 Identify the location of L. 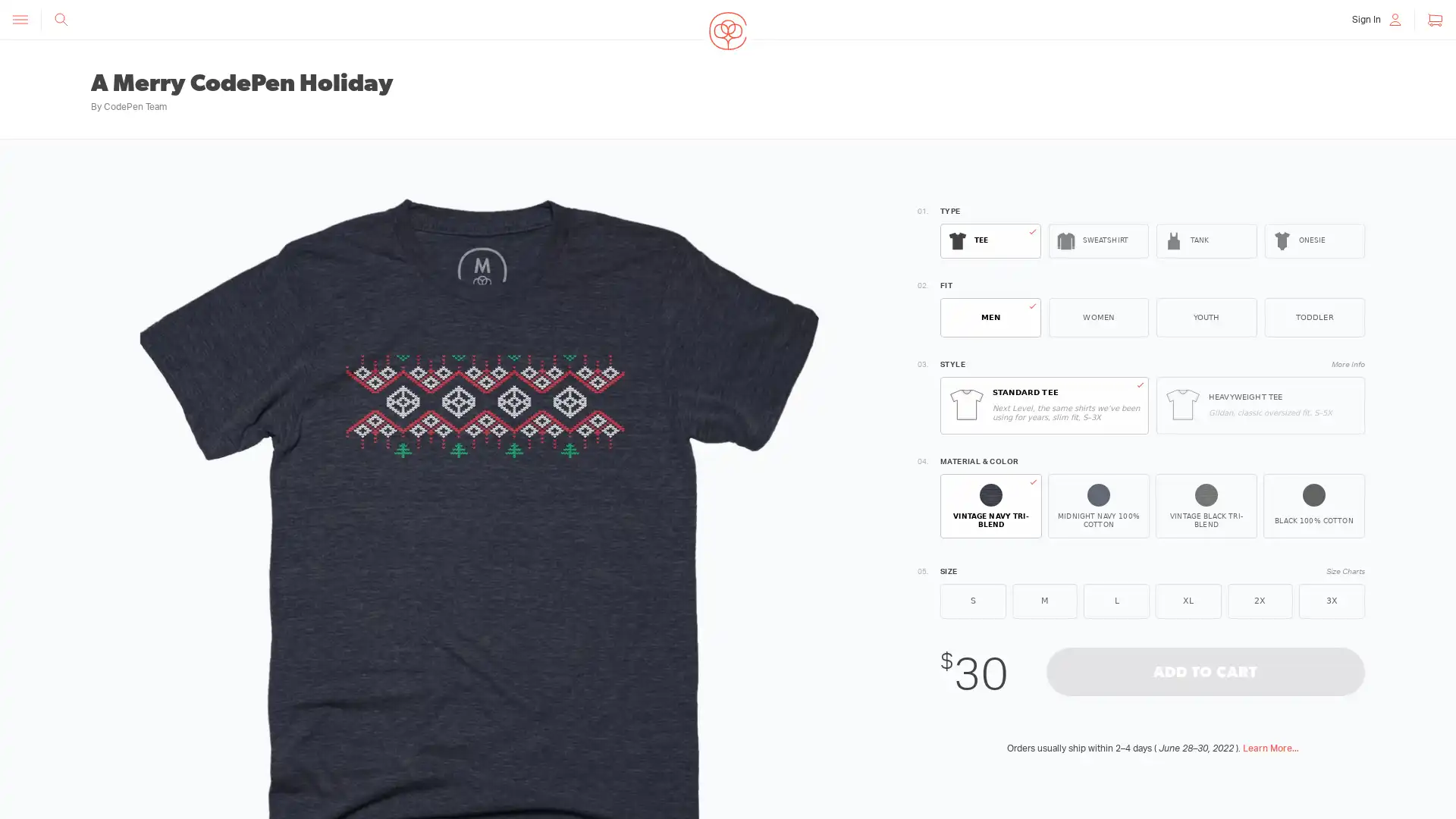
(1116, 599).